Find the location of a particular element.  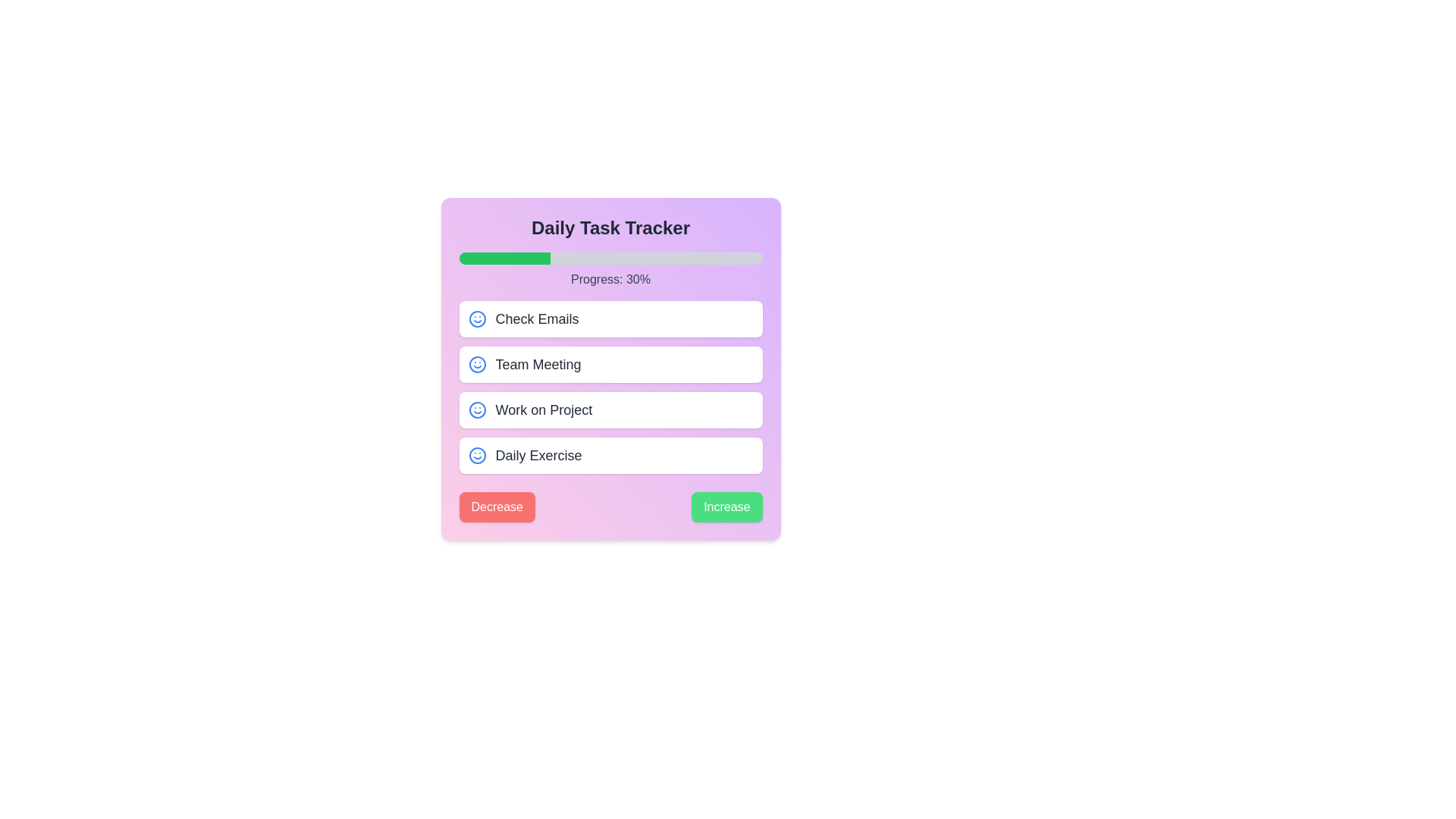

the 'Decrease' button in the task tracker application is located at coordinates (497, 507).